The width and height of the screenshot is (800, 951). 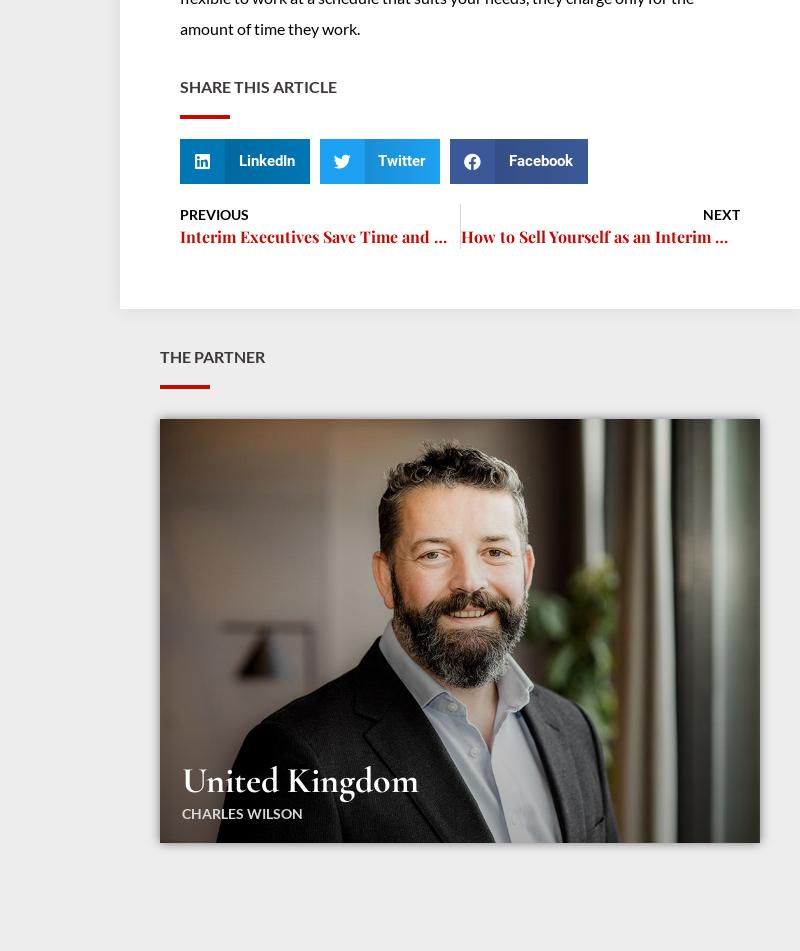 I want to click on 'Charles Wilson', so click(x=241, y=811).